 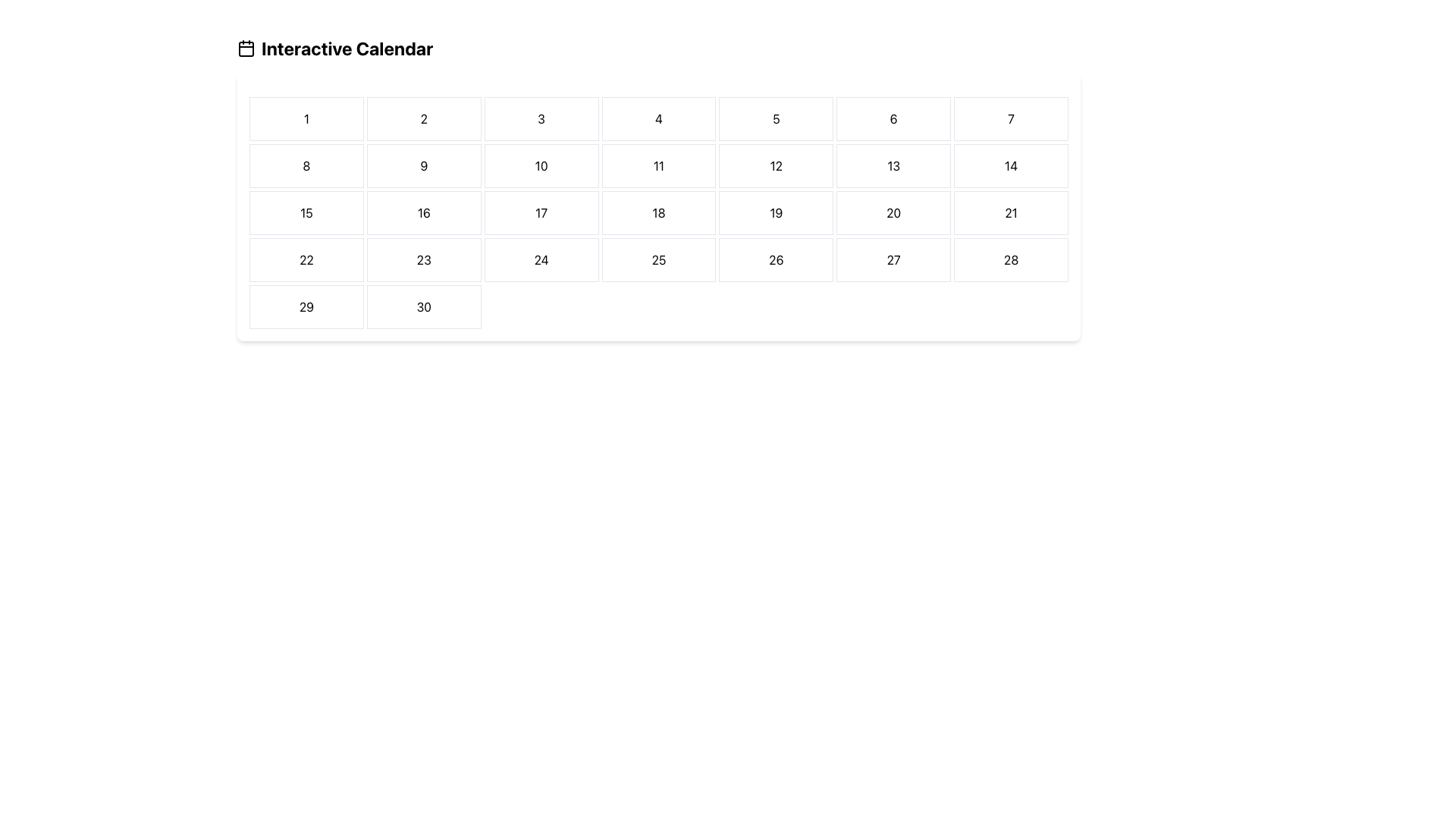 I want to click on the button-like tile representing the 27th day in the calendar grid, so click(x=893, y=259).